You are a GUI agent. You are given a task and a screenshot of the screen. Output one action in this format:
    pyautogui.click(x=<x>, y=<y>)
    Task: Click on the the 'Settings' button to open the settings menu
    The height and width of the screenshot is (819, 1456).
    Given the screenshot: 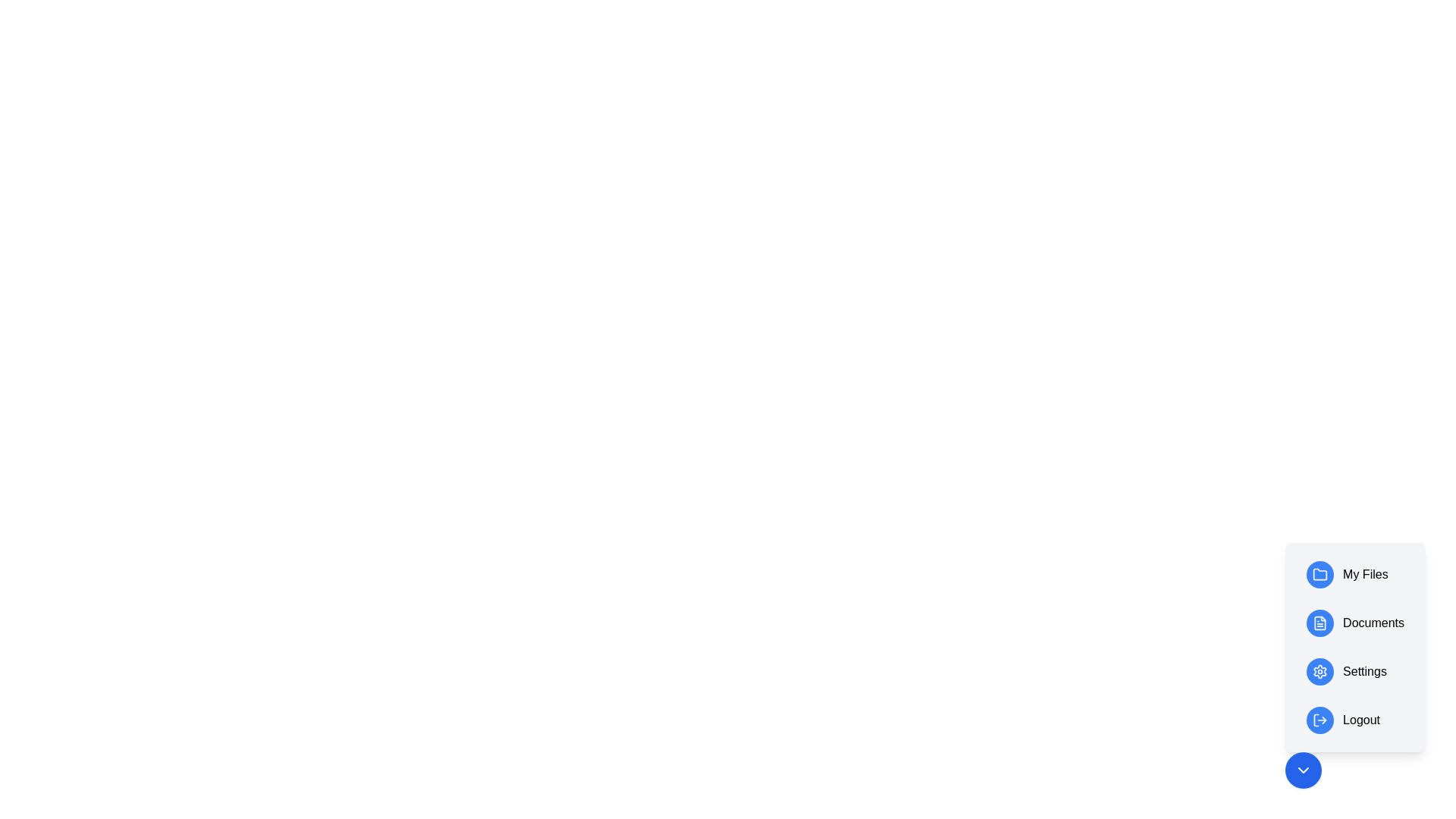 What is the action you would take?
    pyautogui.click(x=1355, y=671)
    